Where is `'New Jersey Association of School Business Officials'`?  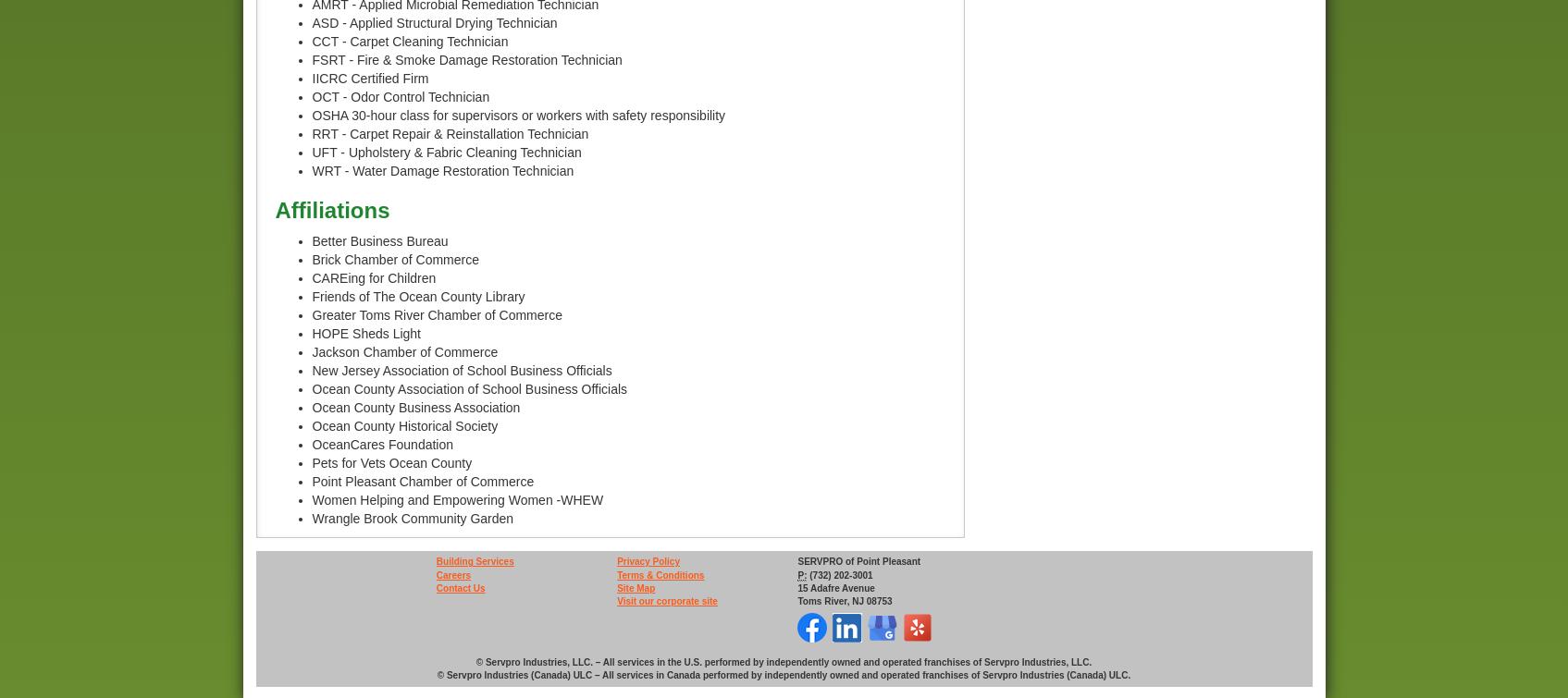 'New Jersey Association of School Business Officials' is located at coordinates (461, 369).